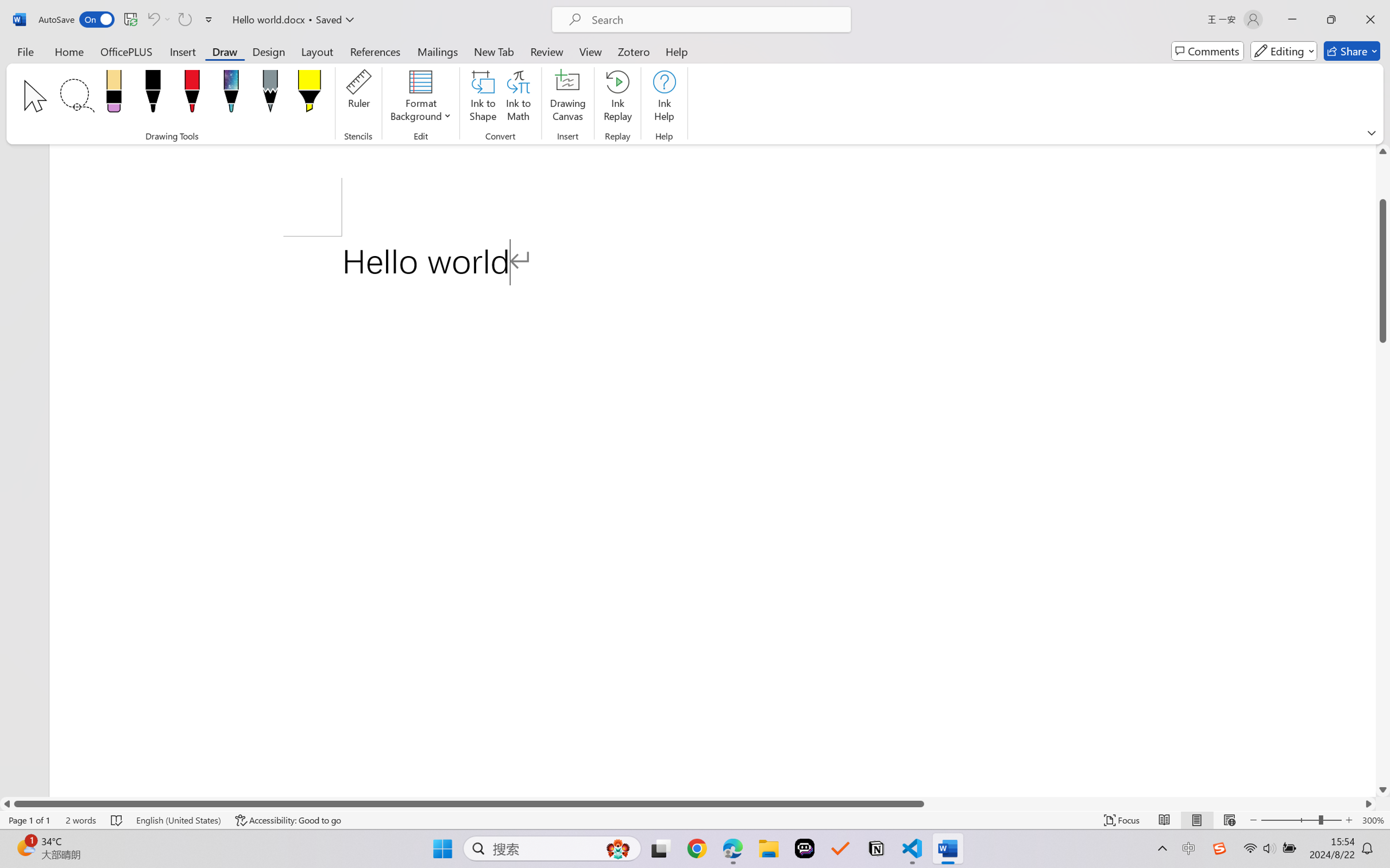  What do you see at coordinates (1207, 51) in the screenshot?
I see `'Comments'` at bounding box center [1207, 51].